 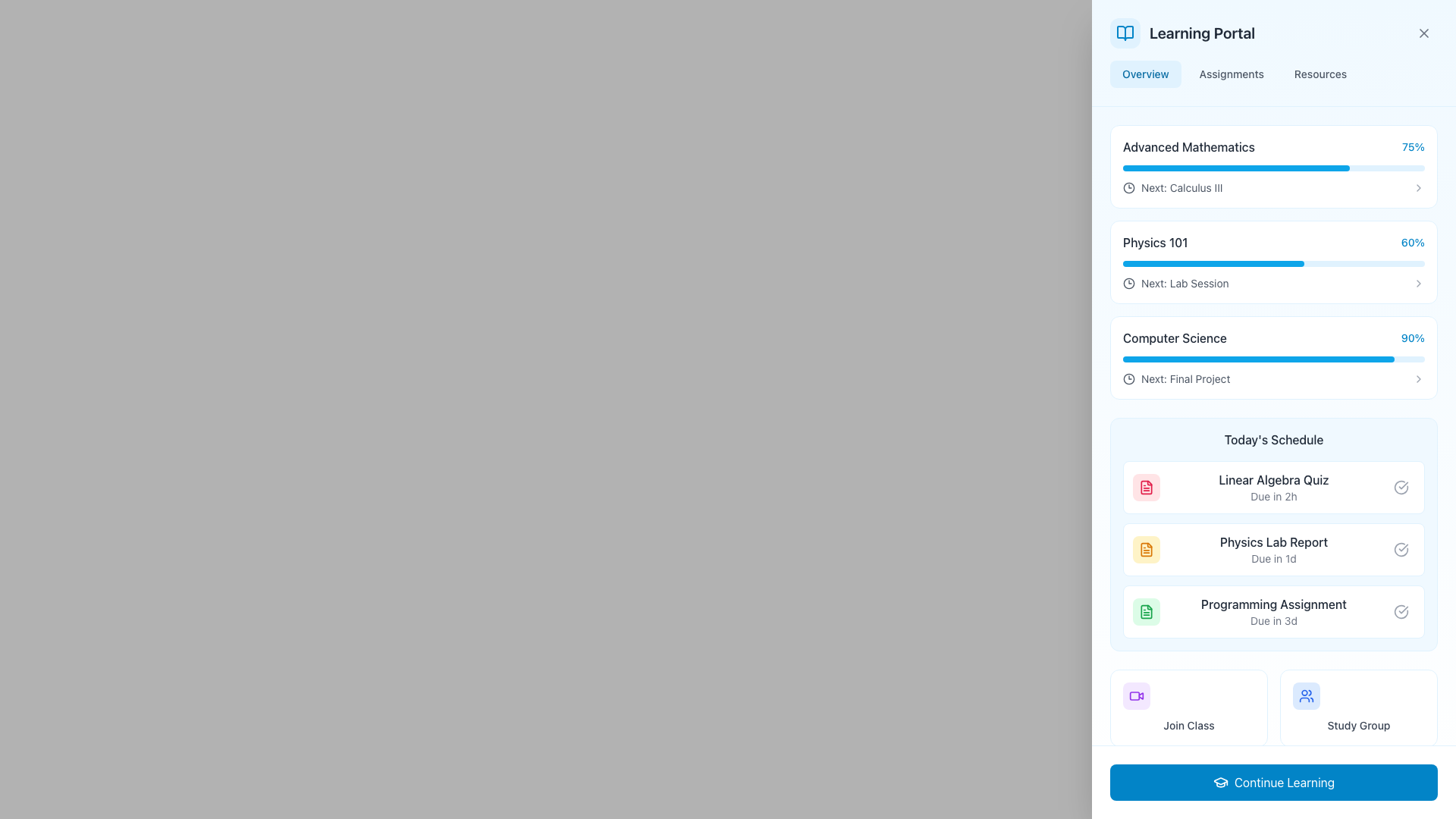 What do you see at coordinates (1128, 378) in the screenshot?
I see `the circular clock icon with black outline located to the left of the text 'Next: Final Project' in the 'Computer Science' card` at bounding box center [1128, 378].